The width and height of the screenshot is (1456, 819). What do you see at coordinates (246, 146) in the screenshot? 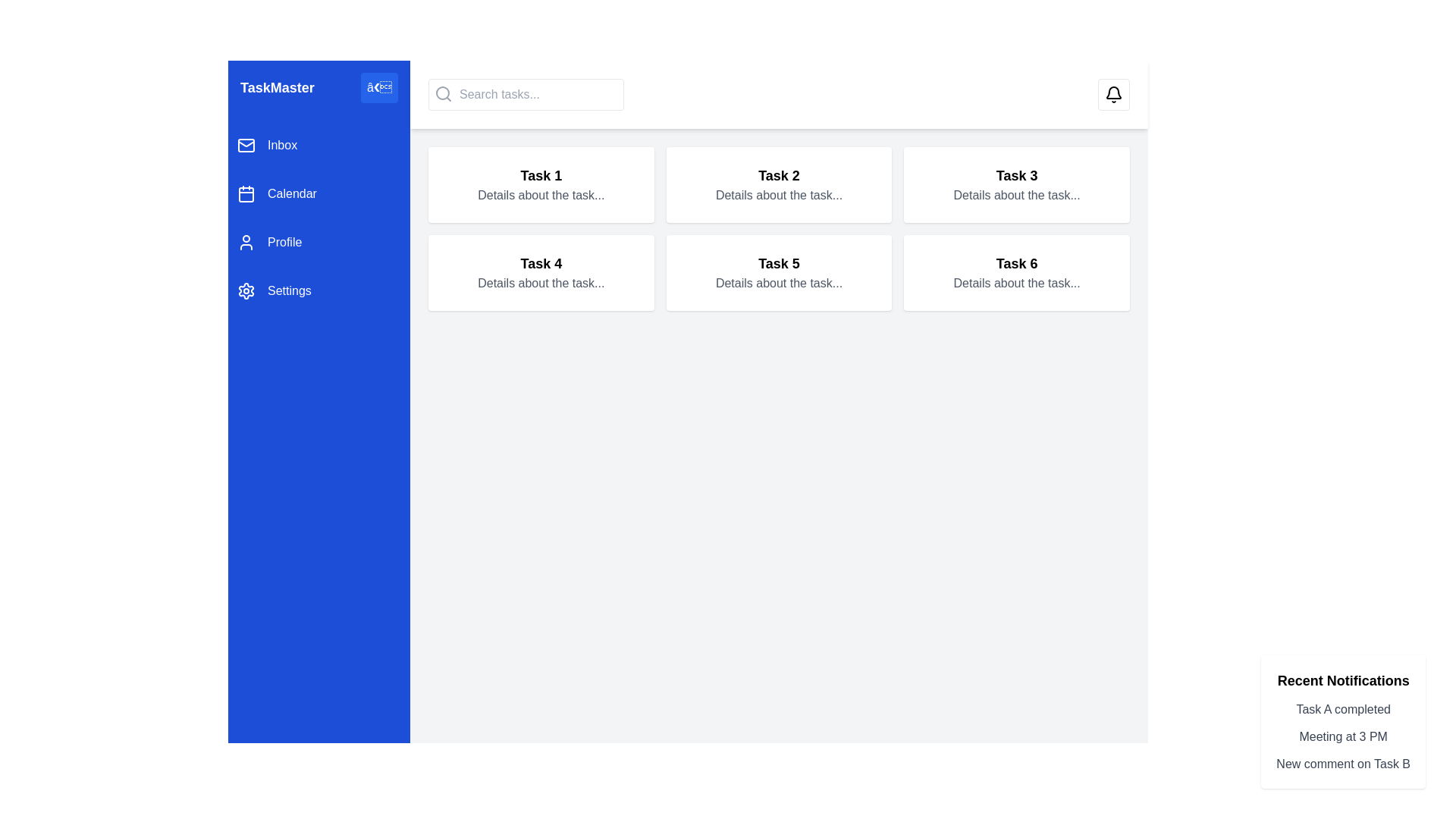
I see `the Inbox icon in the left-hand vertical menu` at bounding box center [246, 146].